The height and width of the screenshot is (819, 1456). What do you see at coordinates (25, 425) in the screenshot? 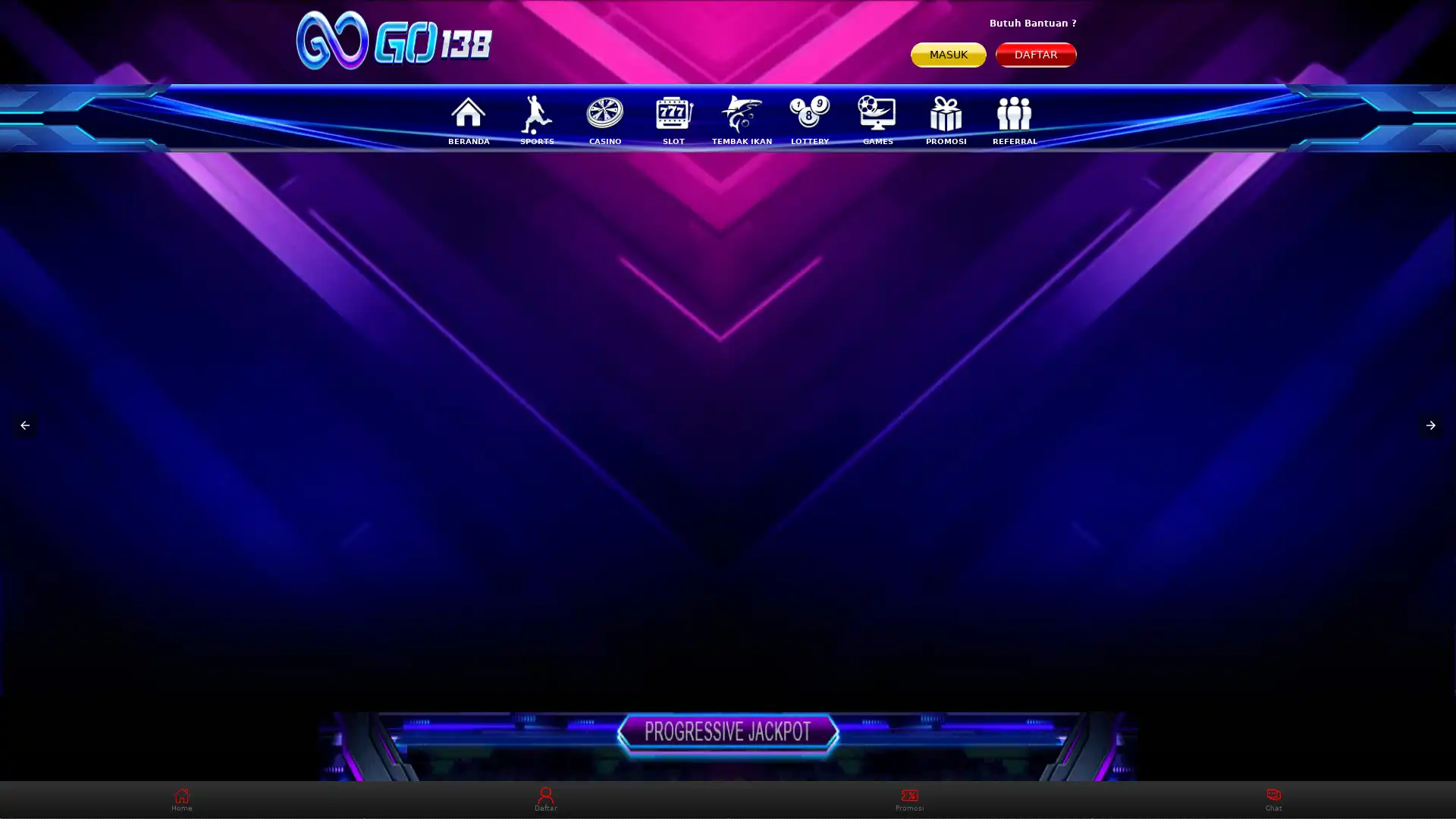
I see `Previous item in carousel (4 of 4)` at bounding box center [25, 425].